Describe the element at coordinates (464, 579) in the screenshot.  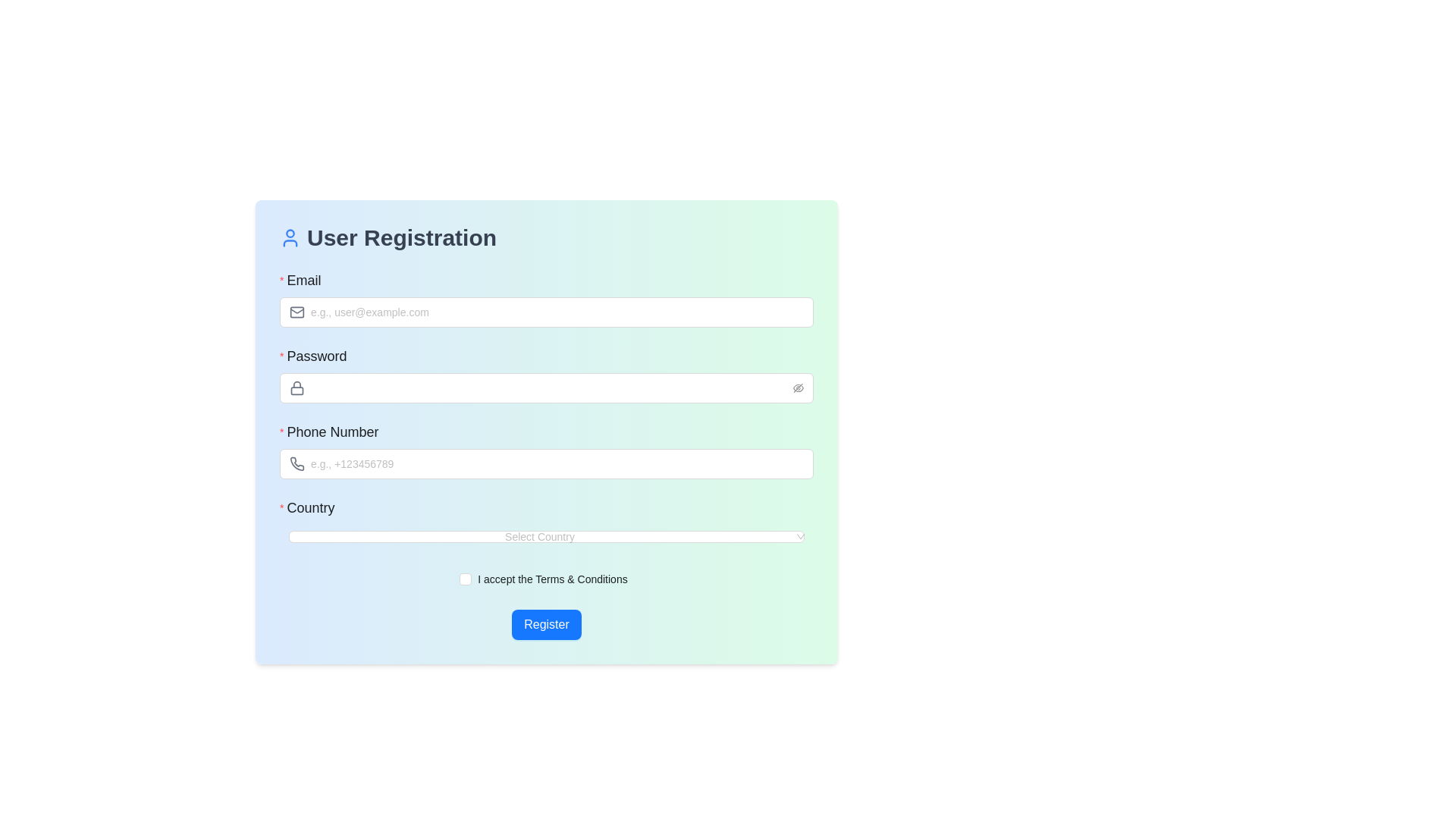
I see `the checkbox that allows users to acknowledge or agree to the terms and conditions of the service before registering` at that location.